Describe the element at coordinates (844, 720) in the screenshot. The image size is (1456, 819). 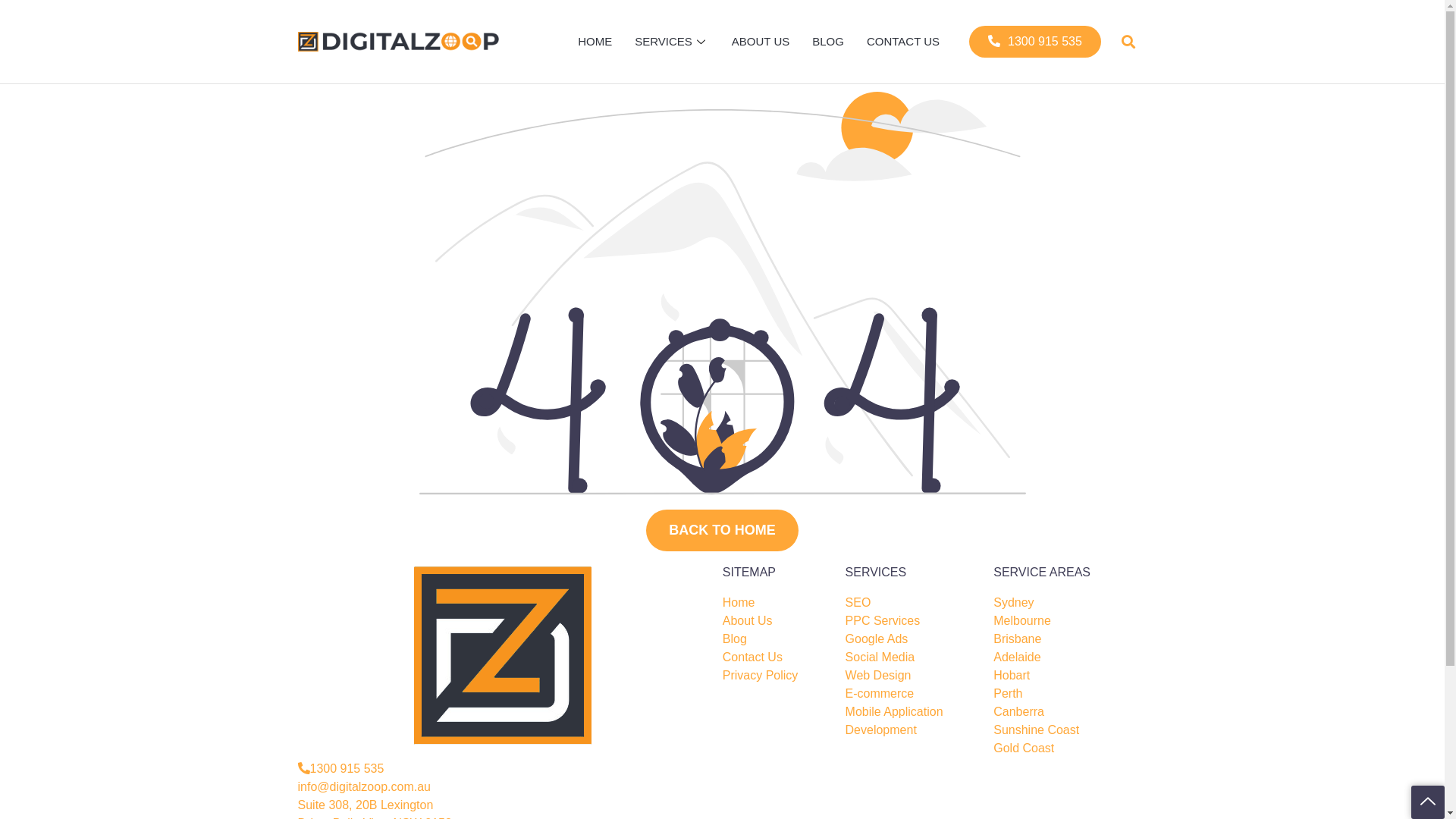
I see `'Mobile Application` at that location.